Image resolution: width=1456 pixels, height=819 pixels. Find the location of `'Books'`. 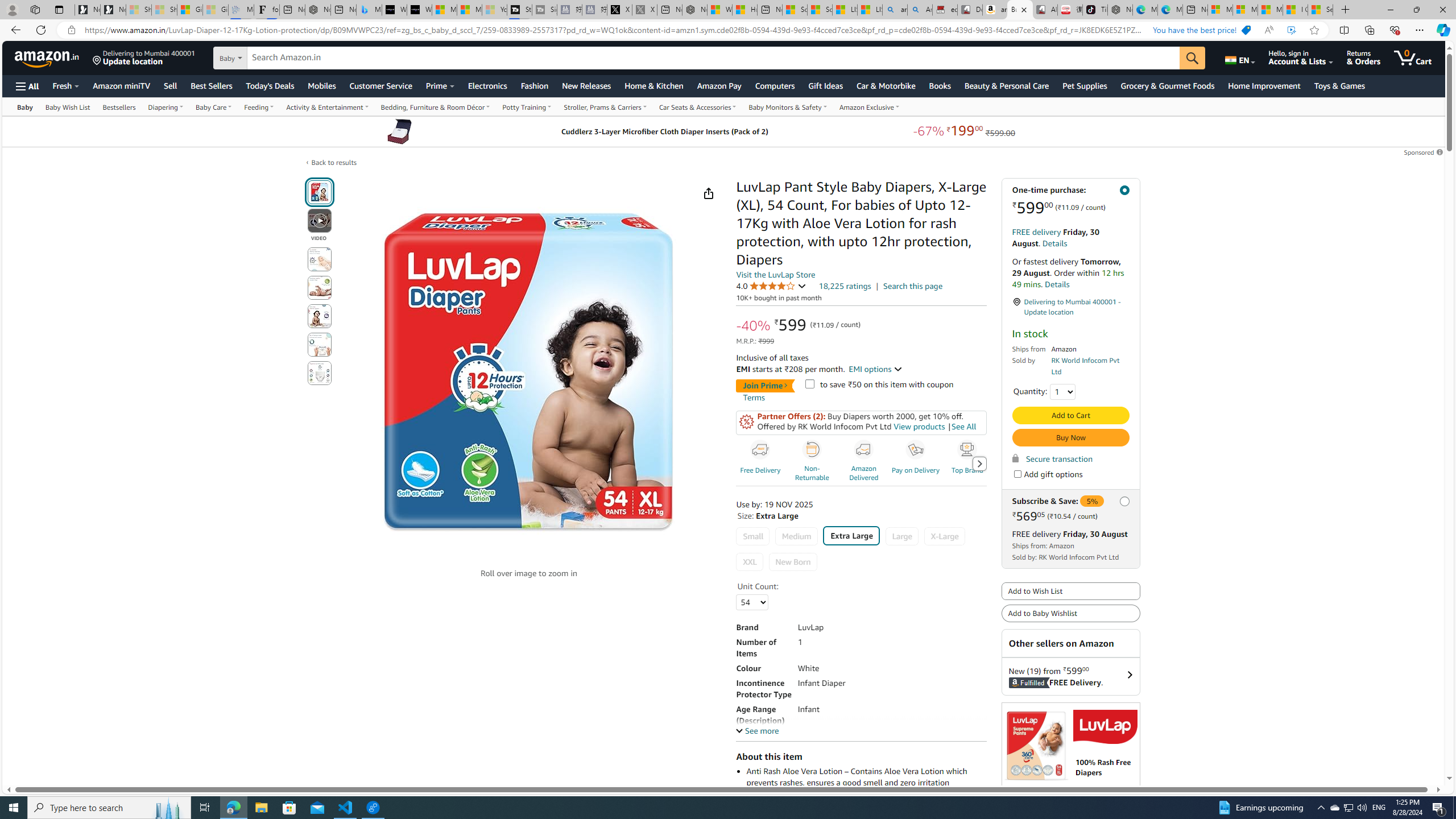

'Books' is located at coordinates (939, 85).